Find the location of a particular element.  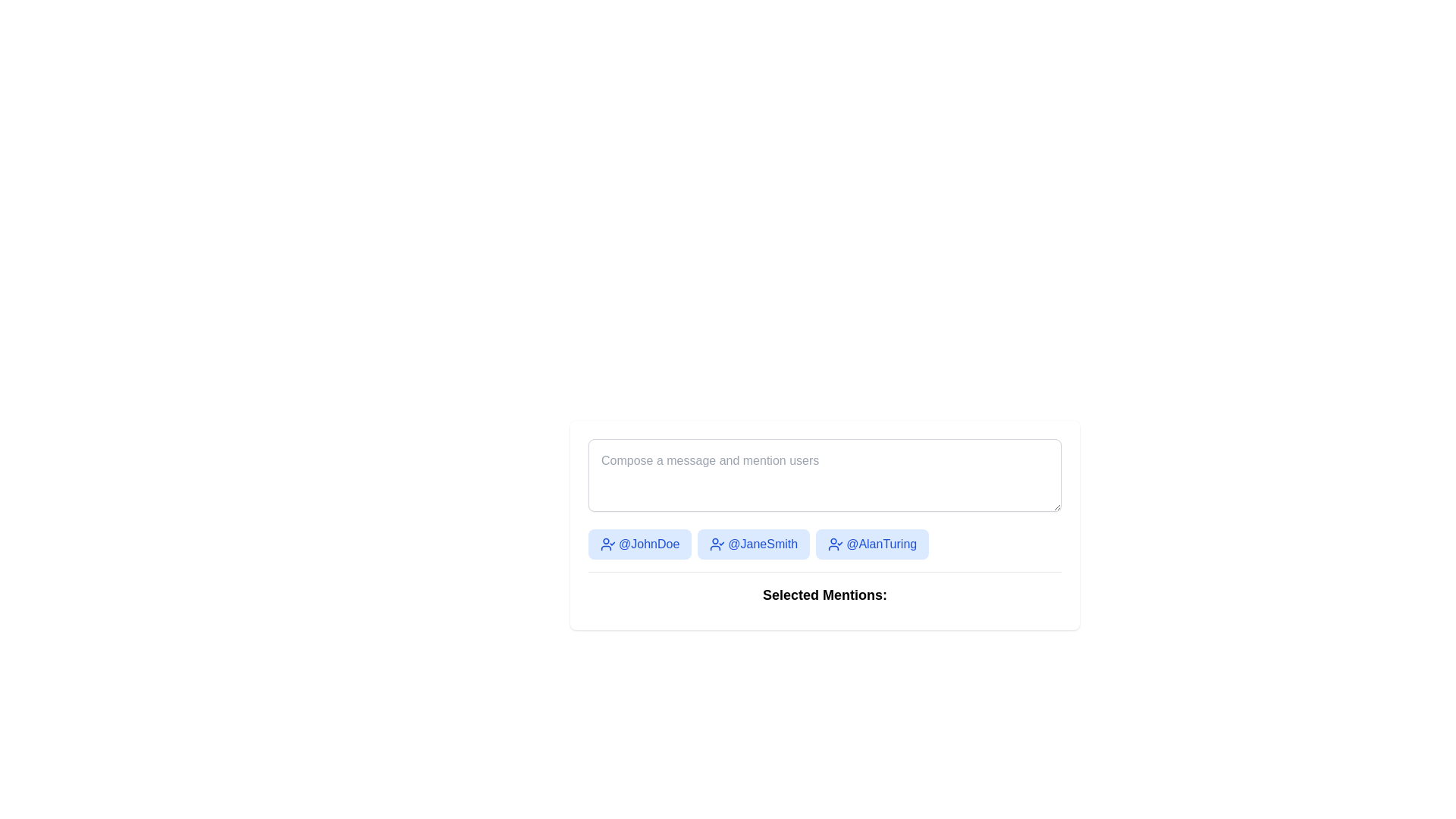

the user verification icon located to the left of the '@JaneSmith' text within the selectable chip is located at coordinates (717, 543).